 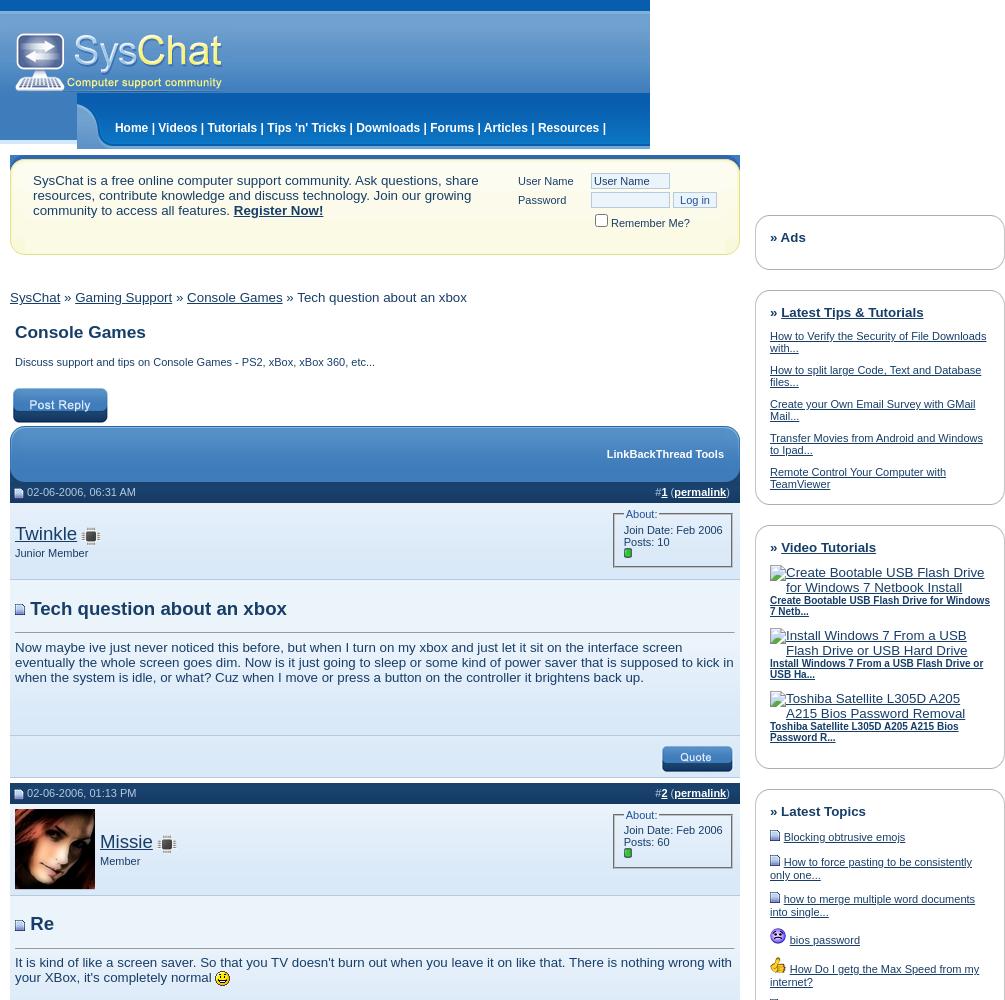 I want to click on 'Forums', so click(x=452, y=128).